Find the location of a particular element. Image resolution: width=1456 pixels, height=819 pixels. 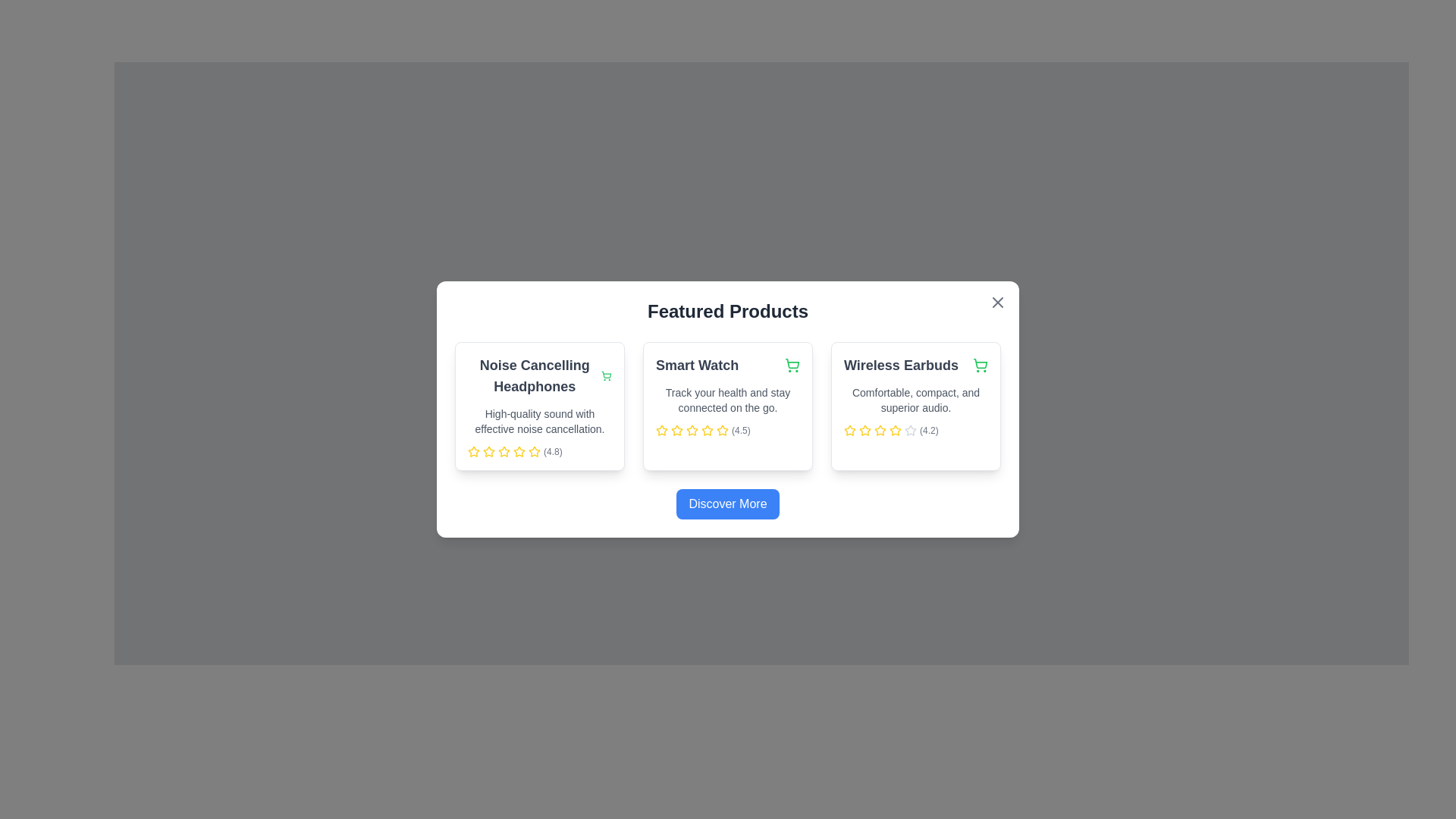

the stylized yellow star icon representing ratings, located below the description text within the 'Noise Cancelling Headphones' card in the 'Featured Products' popup is located at coordinates (488, 450).